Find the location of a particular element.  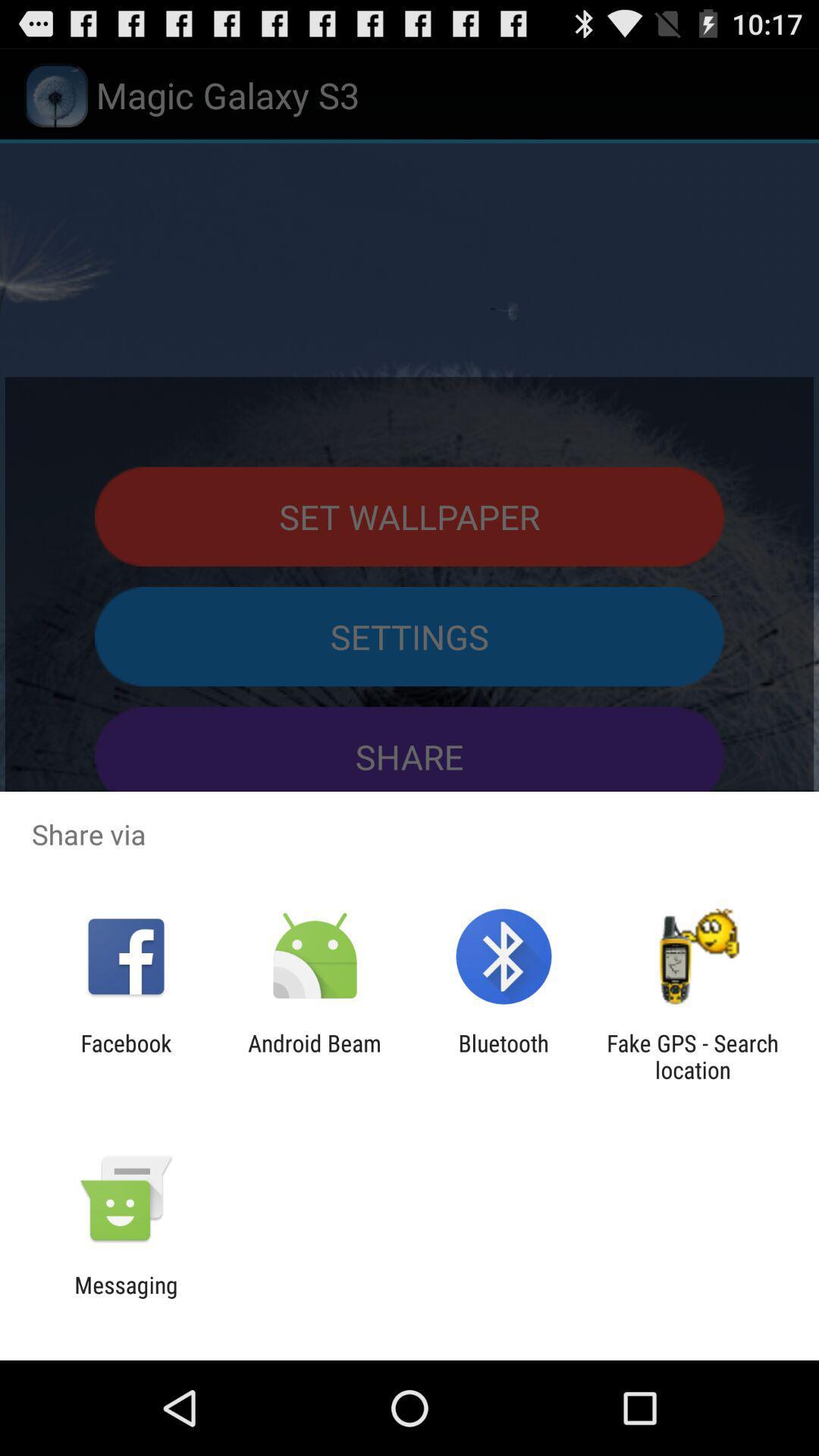

icon next to facebook app is located at coordinates (314, 1056).